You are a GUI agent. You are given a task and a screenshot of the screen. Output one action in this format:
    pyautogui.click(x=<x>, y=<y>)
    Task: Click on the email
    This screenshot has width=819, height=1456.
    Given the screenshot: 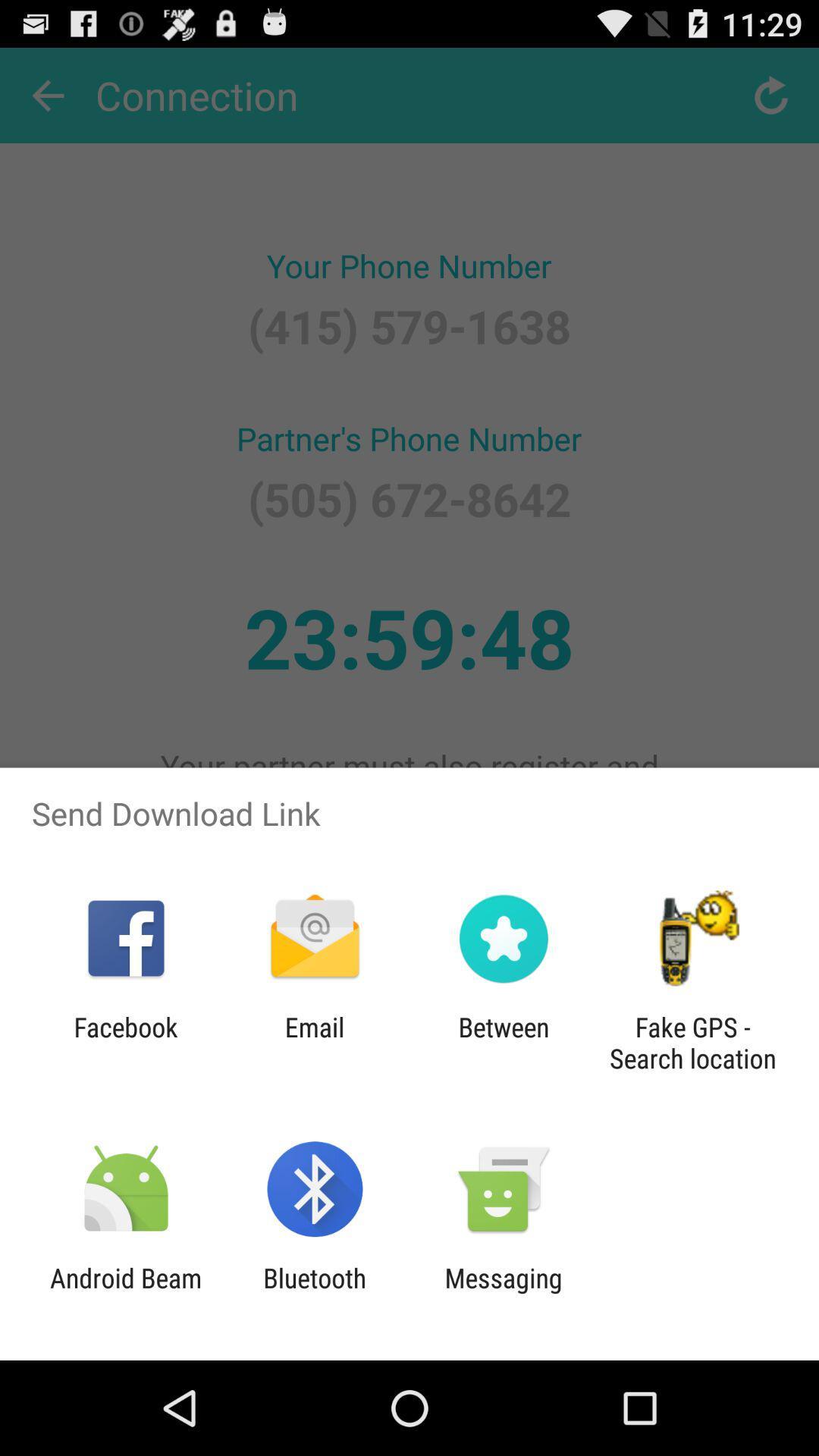 What is the action you would take?
    pyautogui.click(x=314, y=1042)
    